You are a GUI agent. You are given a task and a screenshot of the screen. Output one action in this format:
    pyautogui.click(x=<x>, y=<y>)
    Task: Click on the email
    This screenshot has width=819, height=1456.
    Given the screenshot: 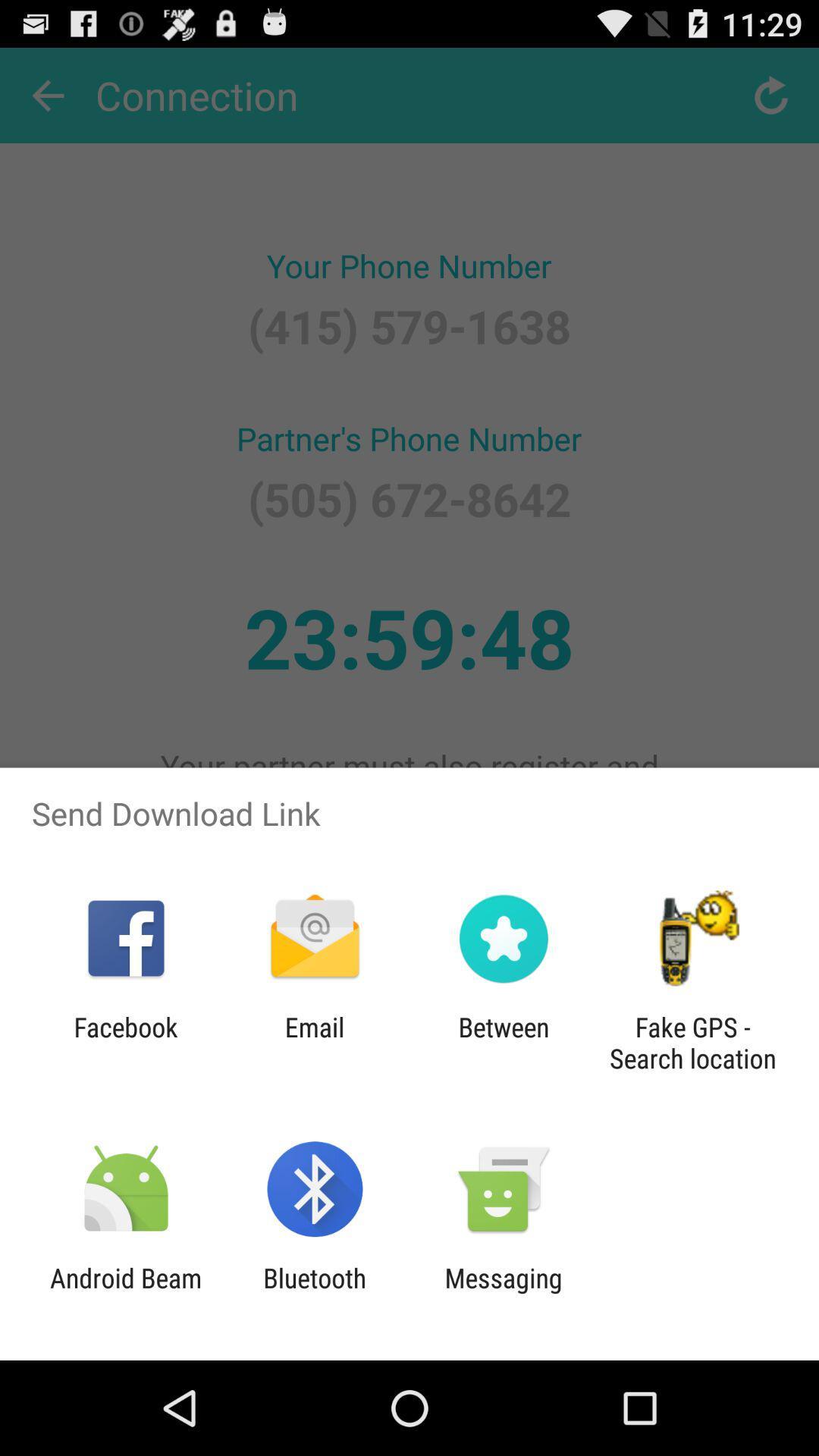 What is the action you would take?
    pyautogui.click(x=314, y=1042)
    